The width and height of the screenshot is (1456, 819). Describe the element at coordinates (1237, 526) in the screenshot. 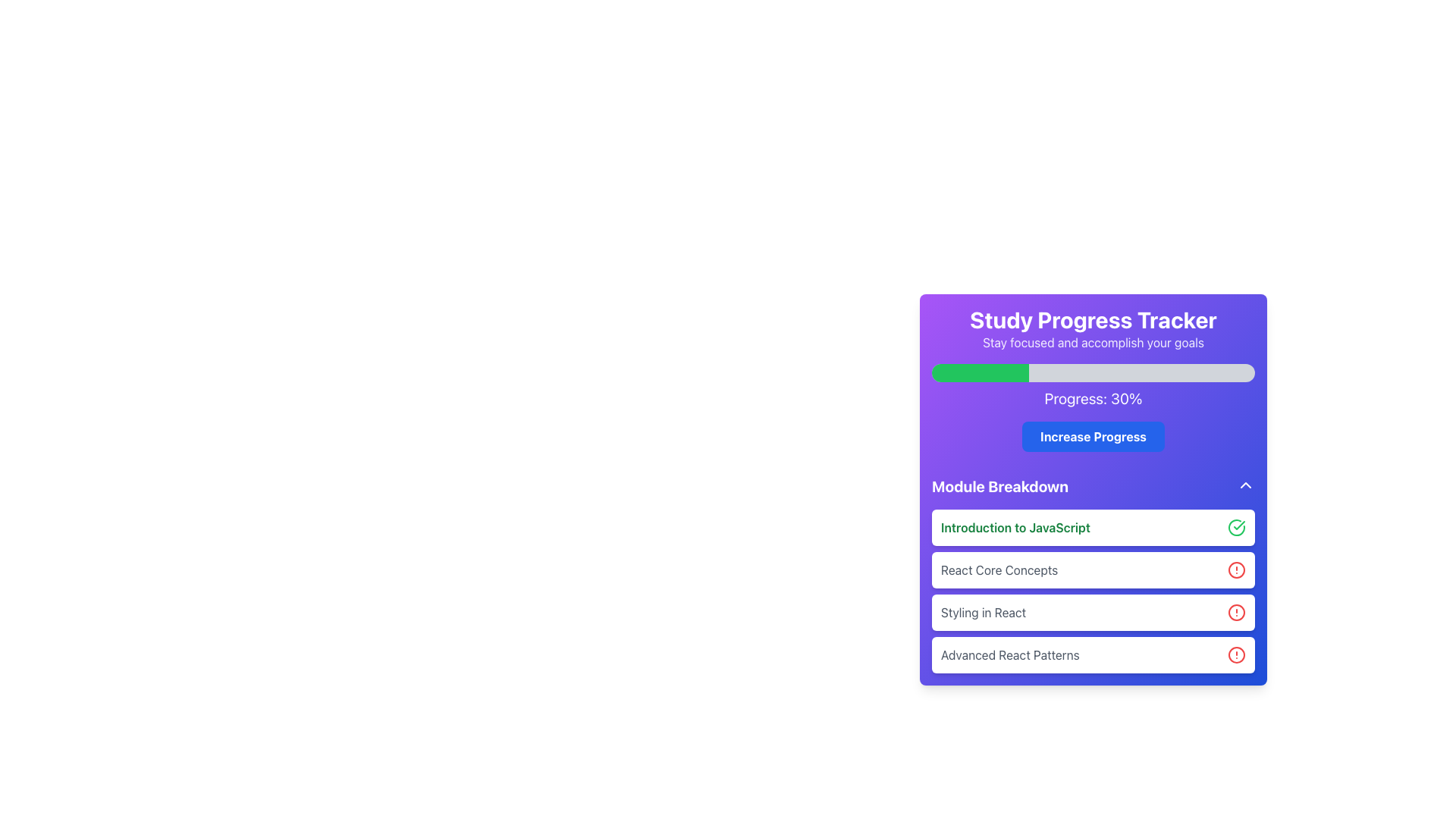

I see `the graphical icon located at the right end of the 'Introduction to JavaScript' row to mark the module as complete` at that location.